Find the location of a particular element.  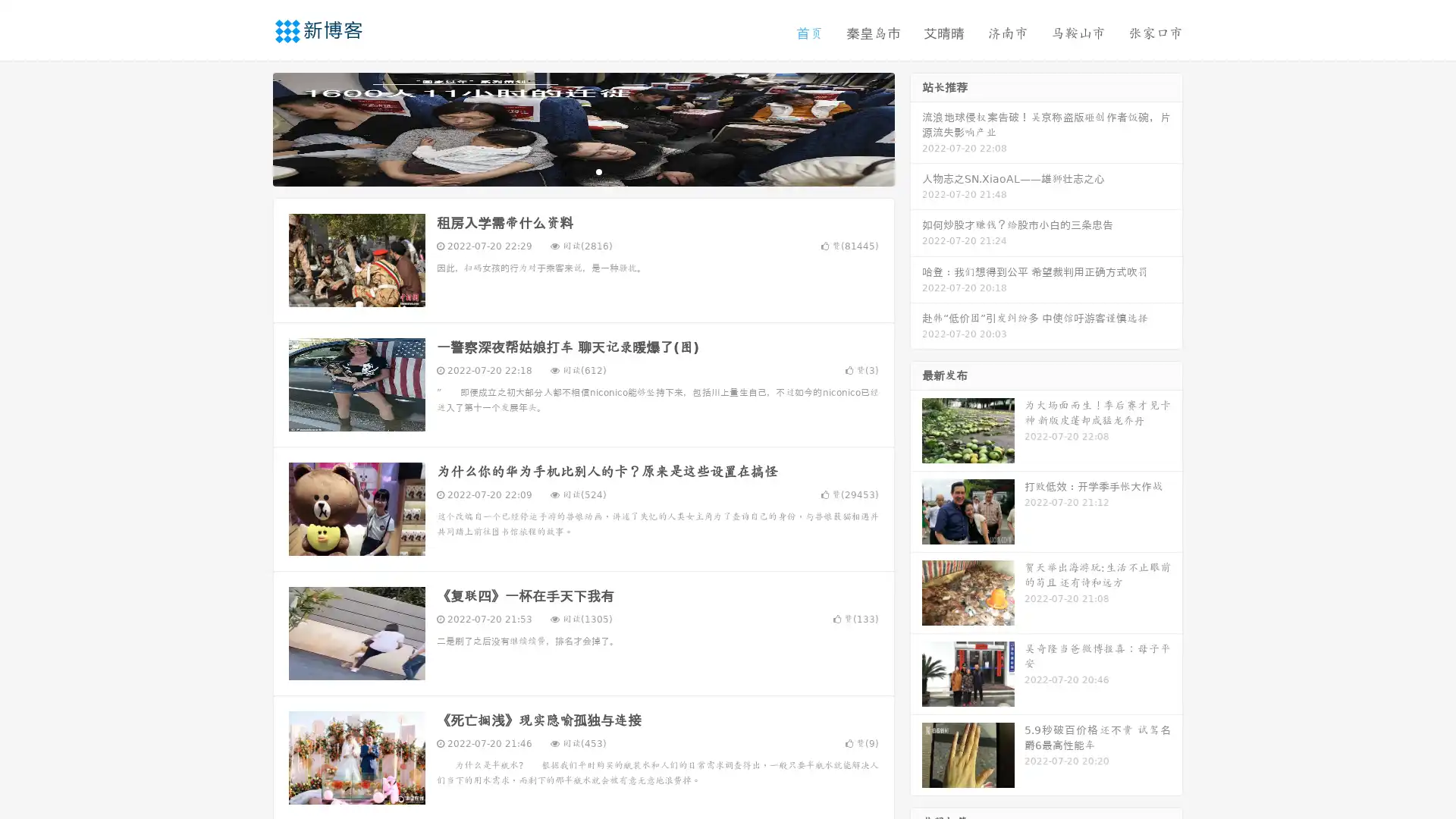

Go to slide 2 is located at coordinates (582, 171).